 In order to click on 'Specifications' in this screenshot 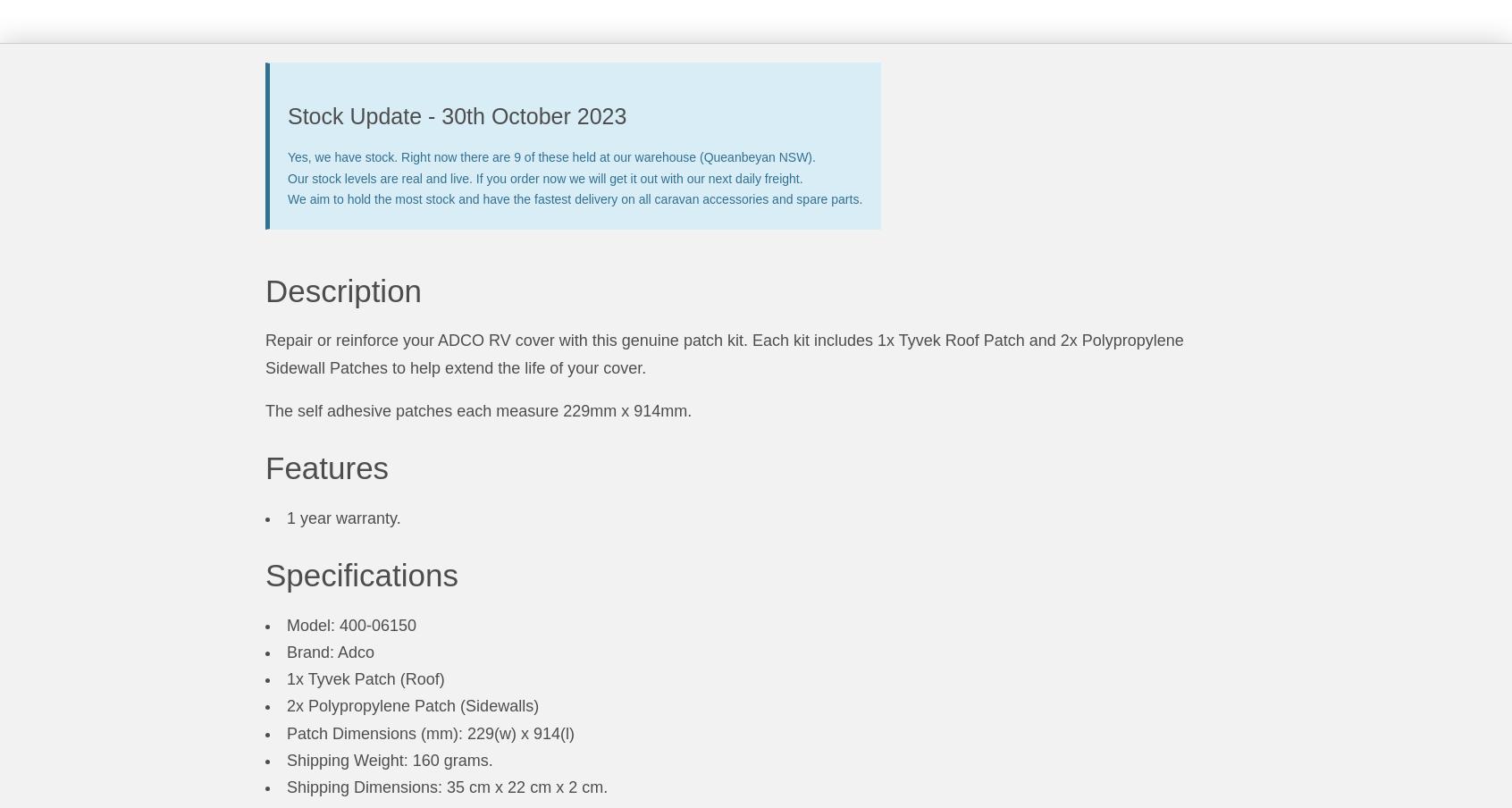, I will do `click(361, 575)`.